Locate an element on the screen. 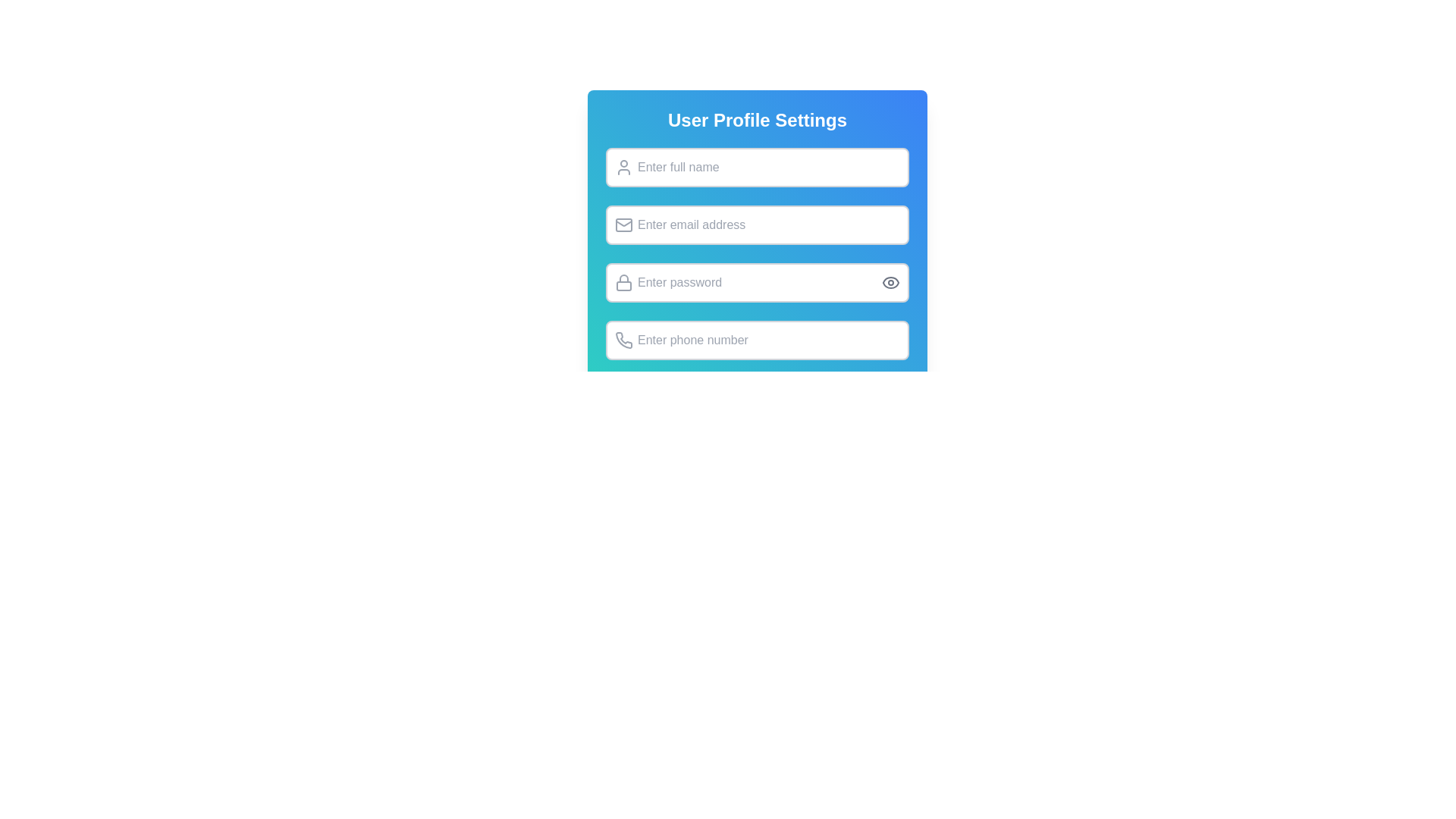 This screenshot has width=1456, height=819. the email input field located in the 'User Profile Settings' form to focus on it is located at coordinates (757, 225).